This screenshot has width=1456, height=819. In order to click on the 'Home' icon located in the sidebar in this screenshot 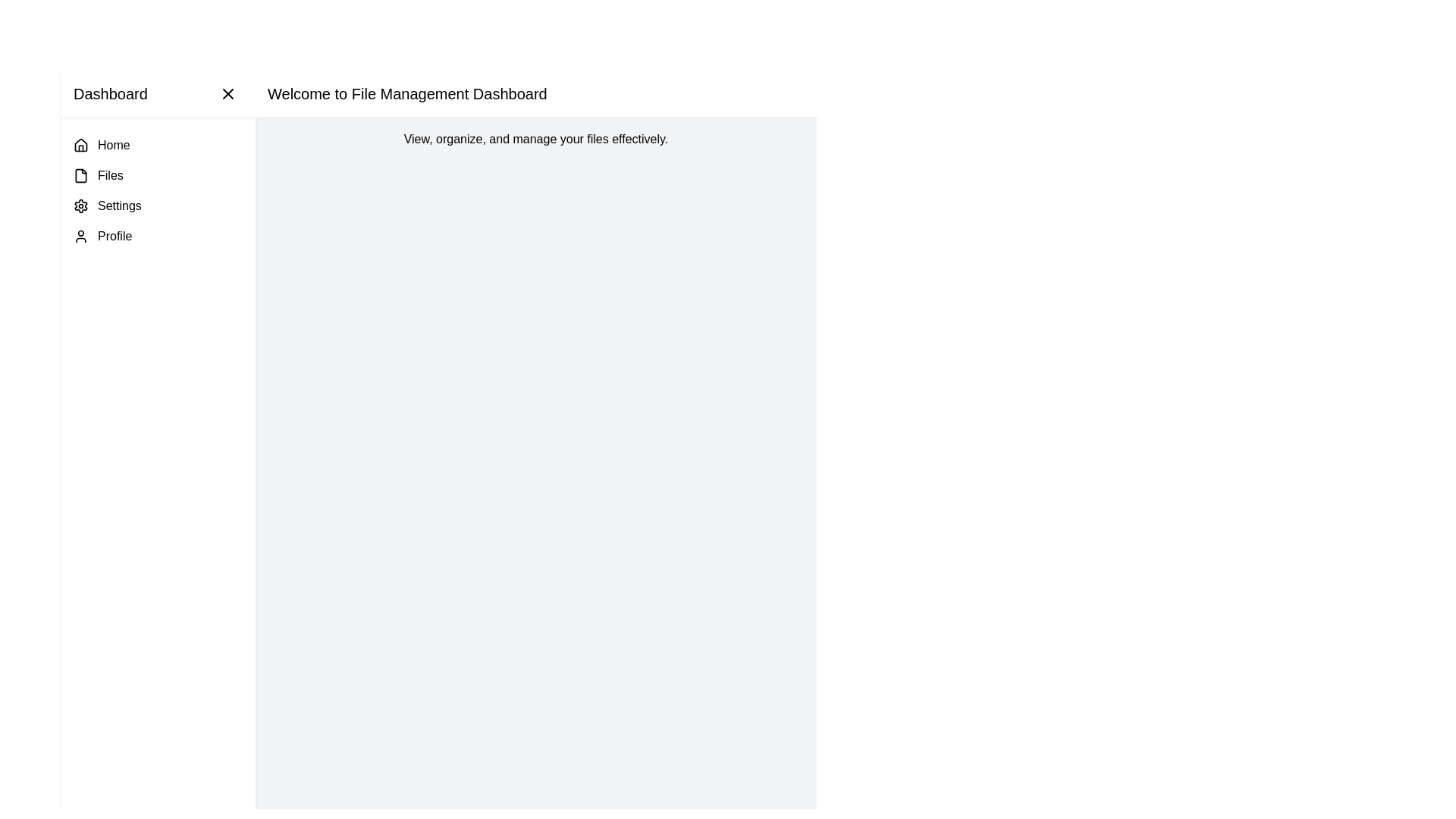, I will do `click(80, 146)`.